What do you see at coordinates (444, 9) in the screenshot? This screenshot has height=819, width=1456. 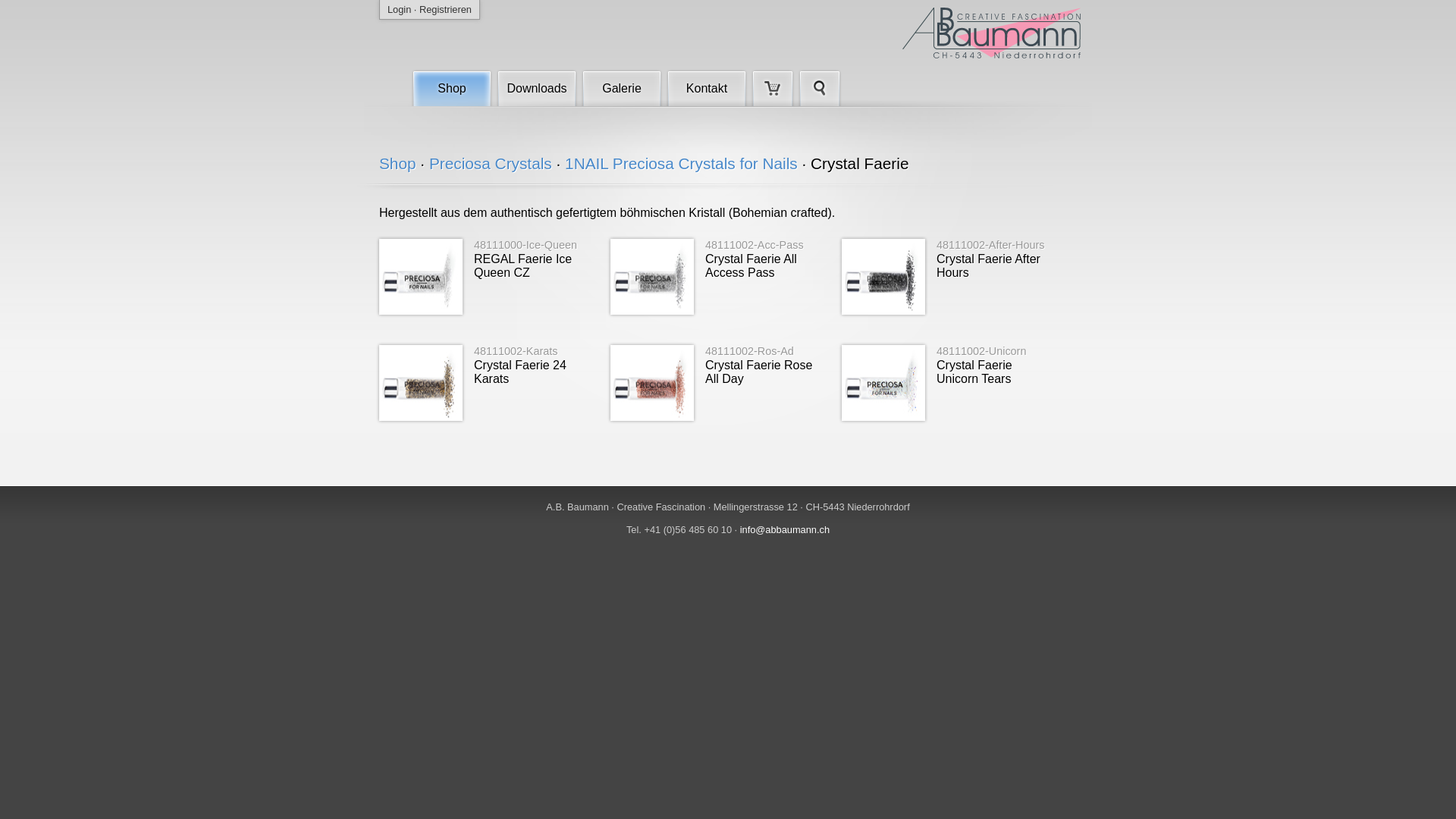 I see `'Registrieren'` at bounding box center [444, 9].